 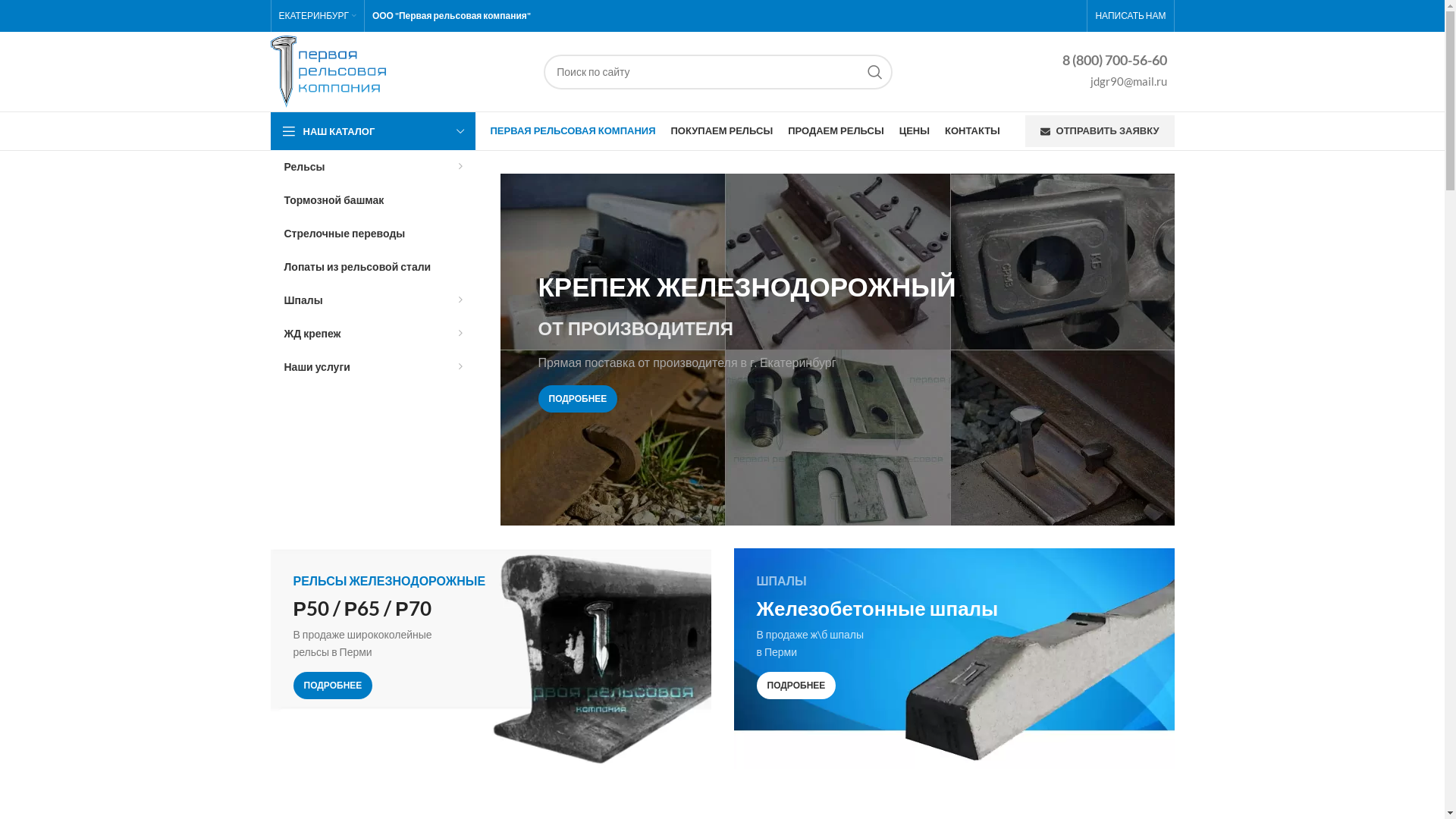 What do you see at coordinates (1113, 83) in the screenshot?
I see `'jdgr90@mail.ru'` at bounding box center [1113, 83].